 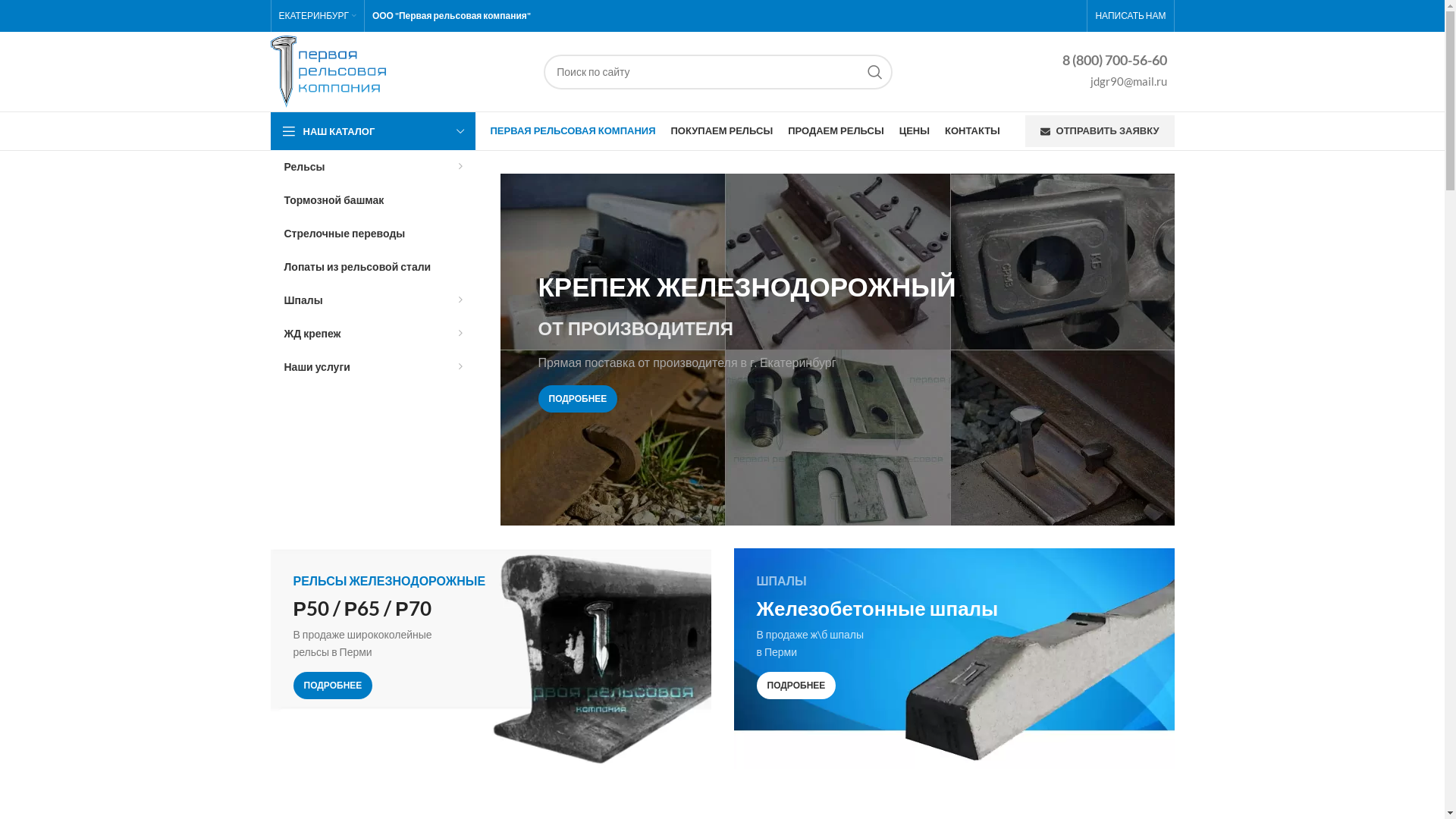 What do you see at coordinates (1113, 83) in the screenshot?
I see `'jdgr90@mail.ru'` at bounding box center [1113, 83].